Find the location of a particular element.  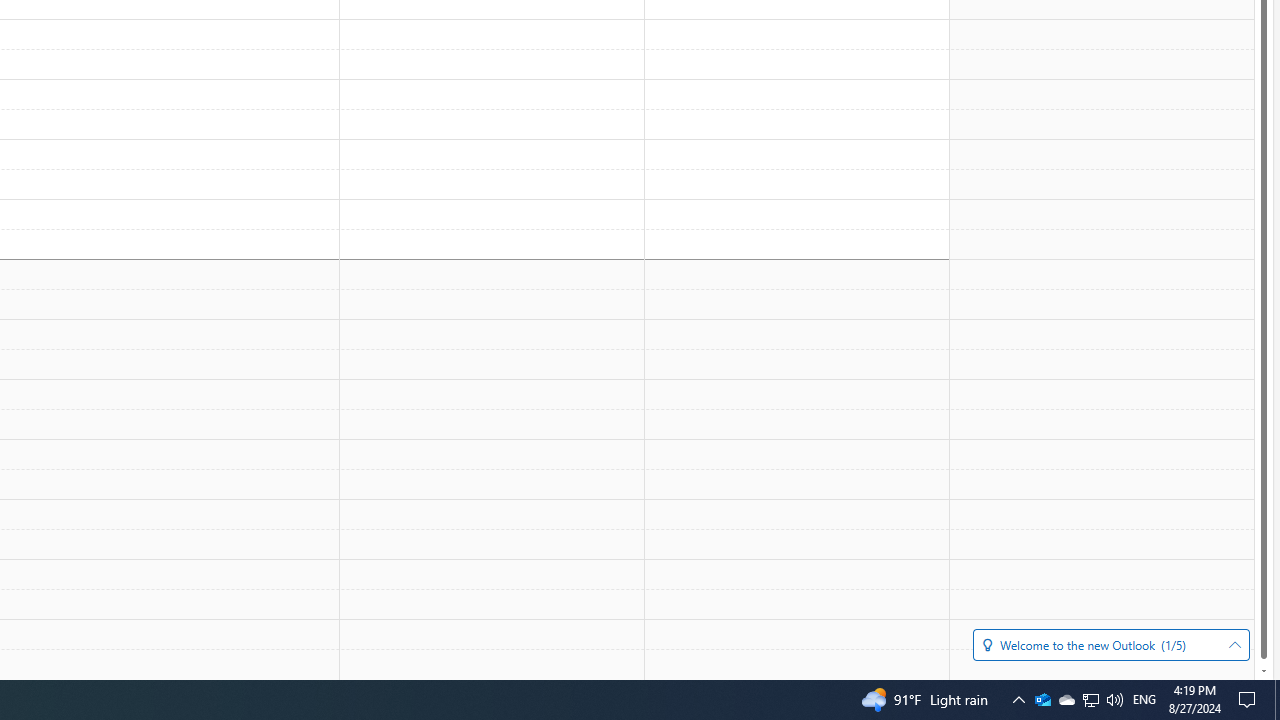

'System Promoted Notification Area' is located at coordinates (1041, 698).